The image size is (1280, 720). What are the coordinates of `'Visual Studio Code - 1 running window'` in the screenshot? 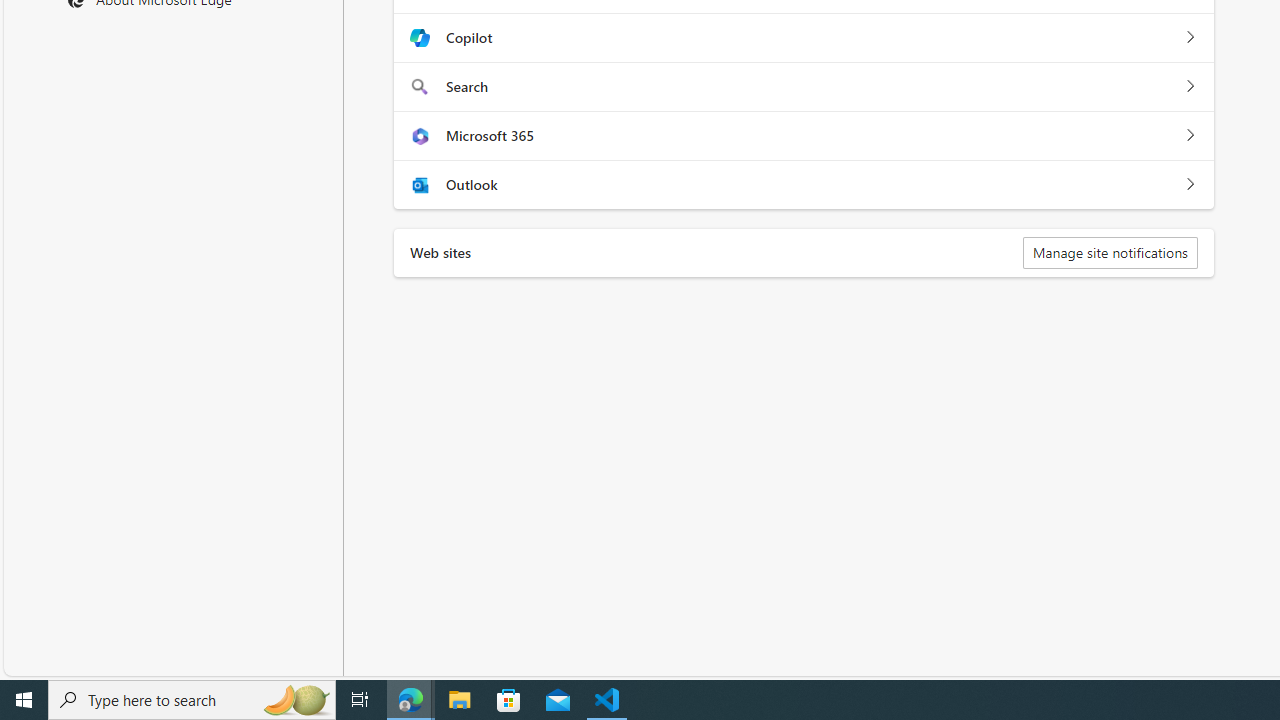 It's located at (606, 698).